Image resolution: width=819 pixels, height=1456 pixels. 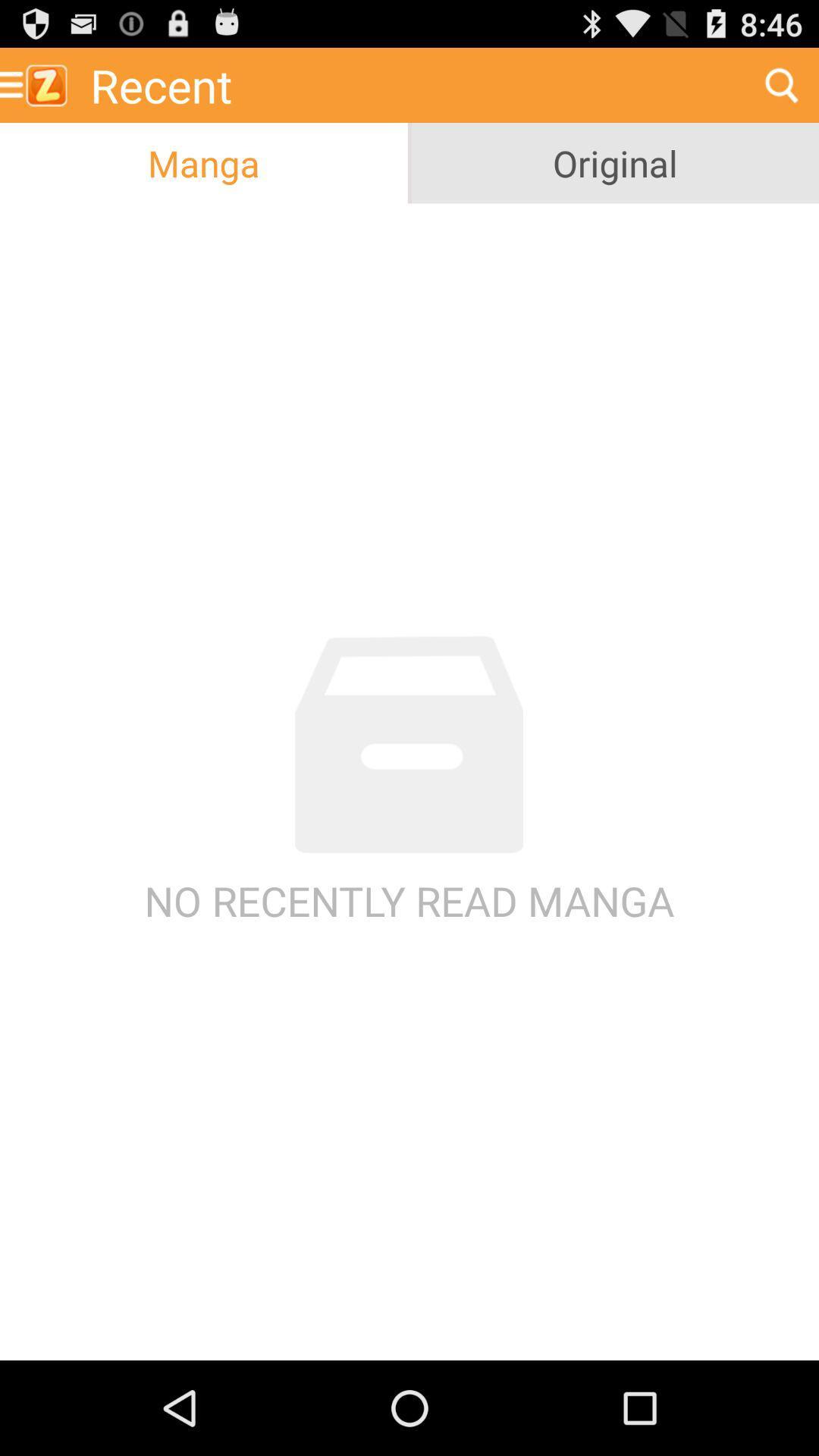 What do you see at coordinates (39, 84) in the screenshot?
I see `the app next to recent item` at bounding box center [39, 84].